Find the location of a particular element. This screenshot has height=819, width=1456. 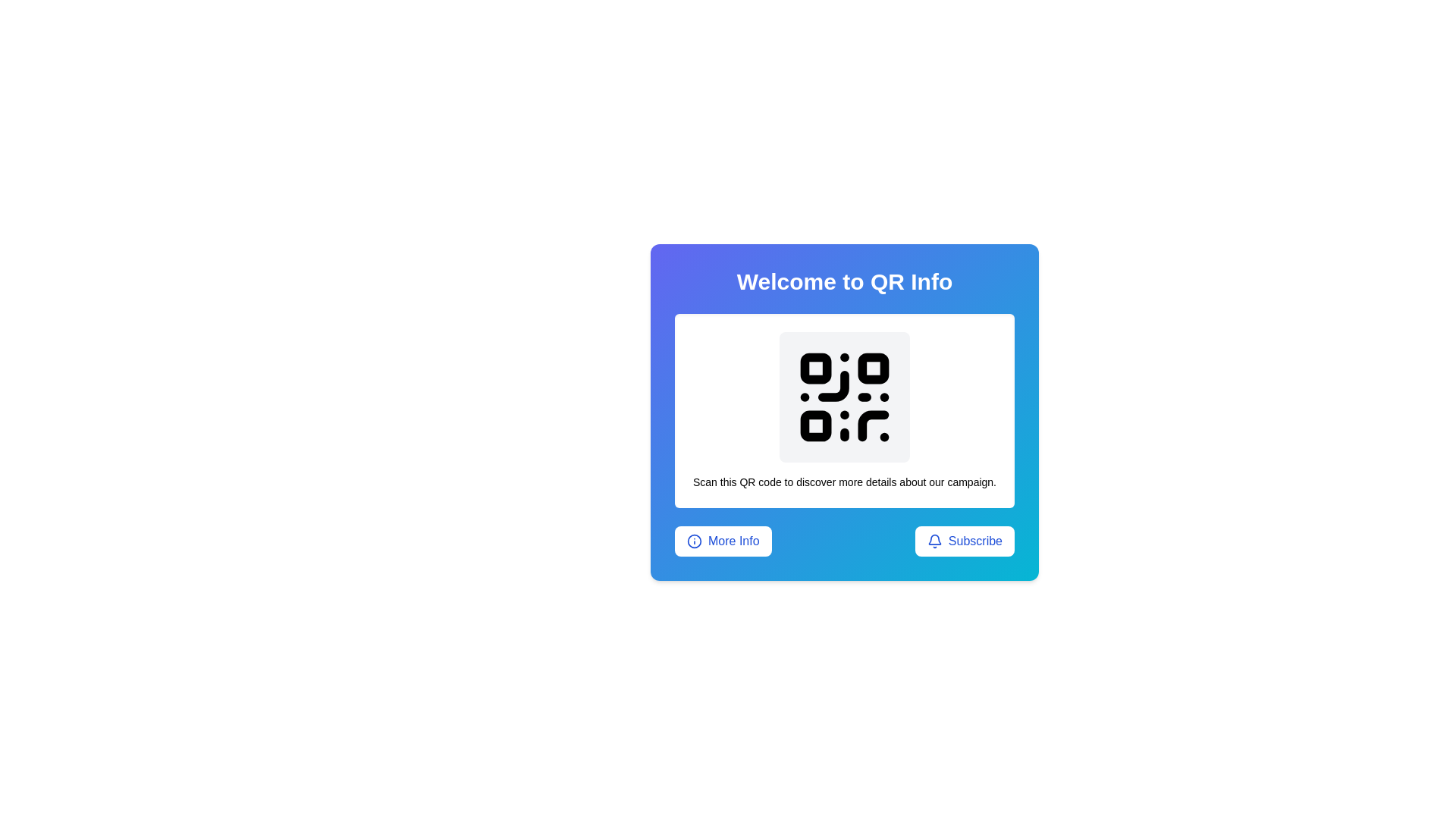

the informational icon represented as a circular shape within an SVG, located slightly to the left of the 'More Info' button is located at coordinates (694, 540).